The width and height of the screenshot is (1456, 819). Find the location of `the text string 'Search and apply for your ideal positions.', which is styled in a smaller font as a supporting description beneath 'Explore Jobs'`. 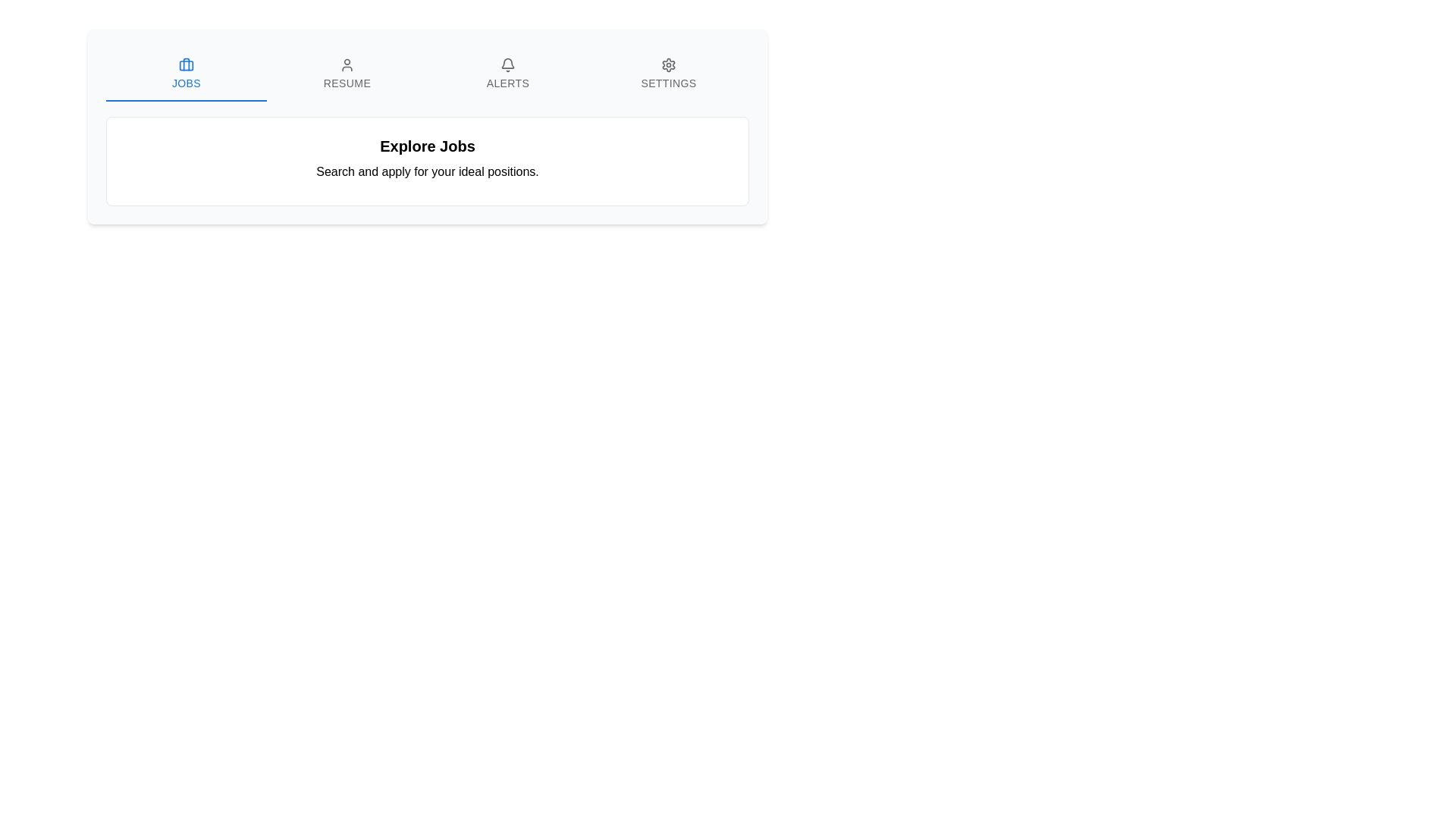

the text string 'Search and apply for your ideal positions.', which is styled in a smaller font as a supporting description beneath 'Explore Jobs' is located at coordinates (427, 171).